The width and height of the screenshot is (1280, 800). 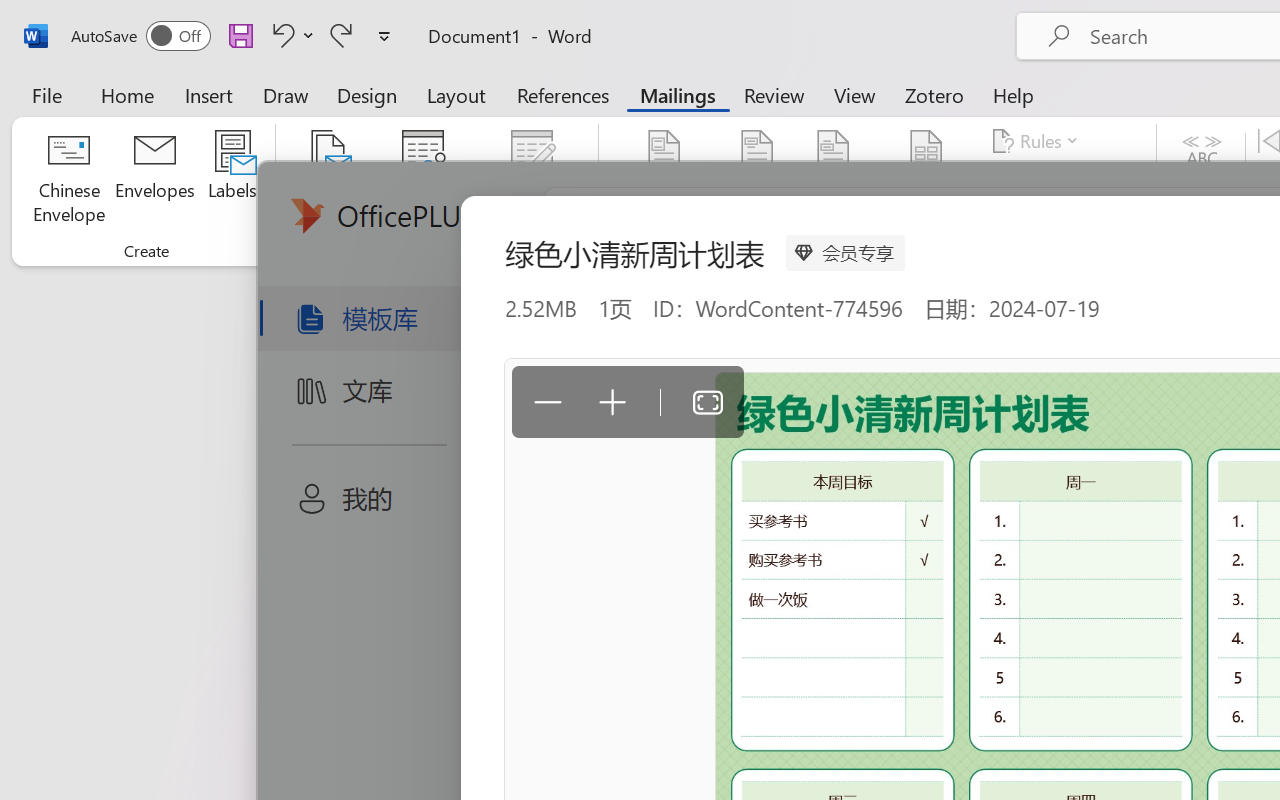 What do you see at coordinates (279, 34) in the screenshot?
I see `'Undo Apply Quick Style Set'` at bounding box center [279, 34].